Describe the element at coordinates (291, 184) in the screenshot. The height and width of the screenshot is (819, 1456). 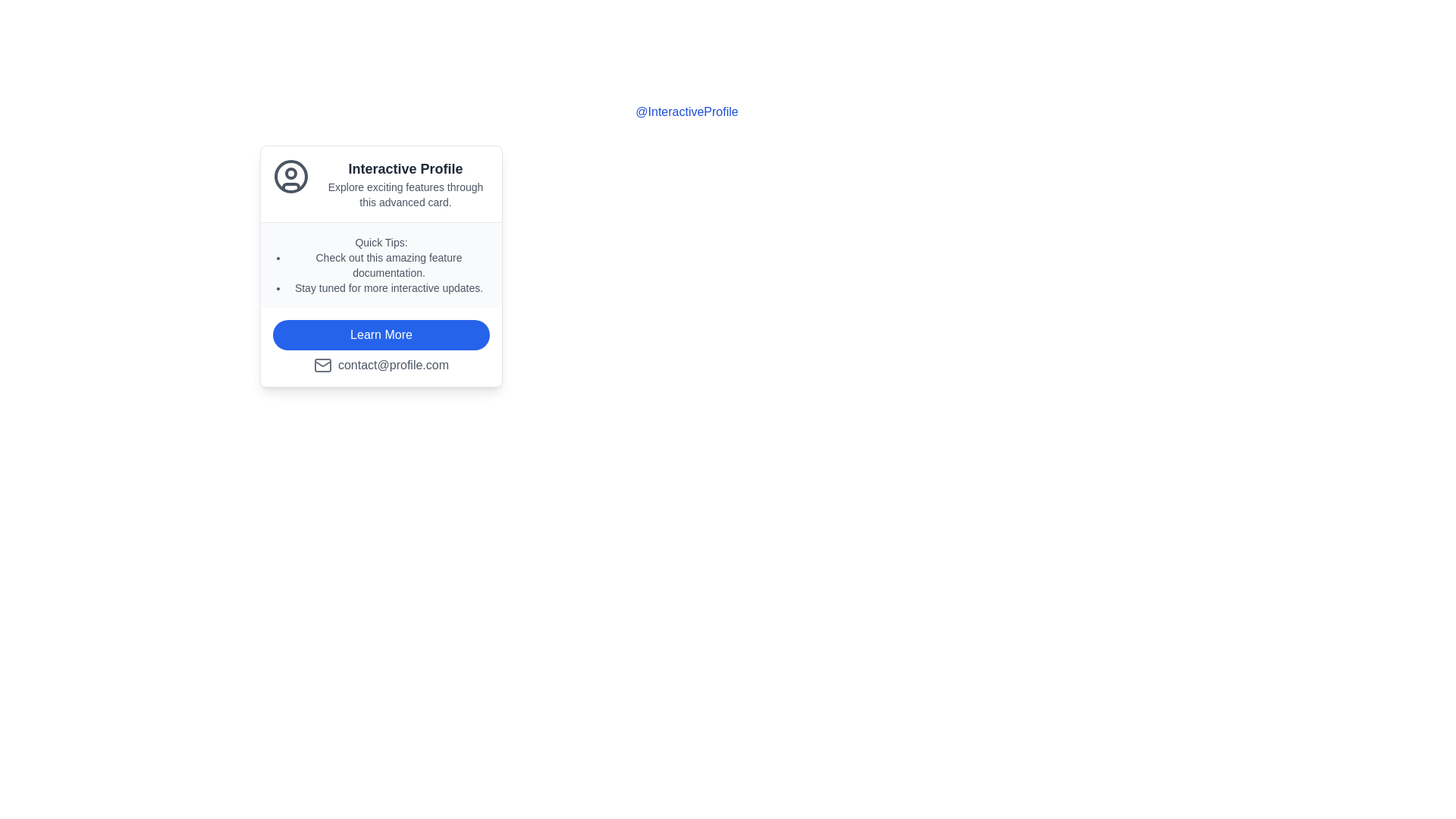
I see `the decorative profile icon located in the upper-left corner of the card, next to the title text 'Interactive Profile'` at that location.